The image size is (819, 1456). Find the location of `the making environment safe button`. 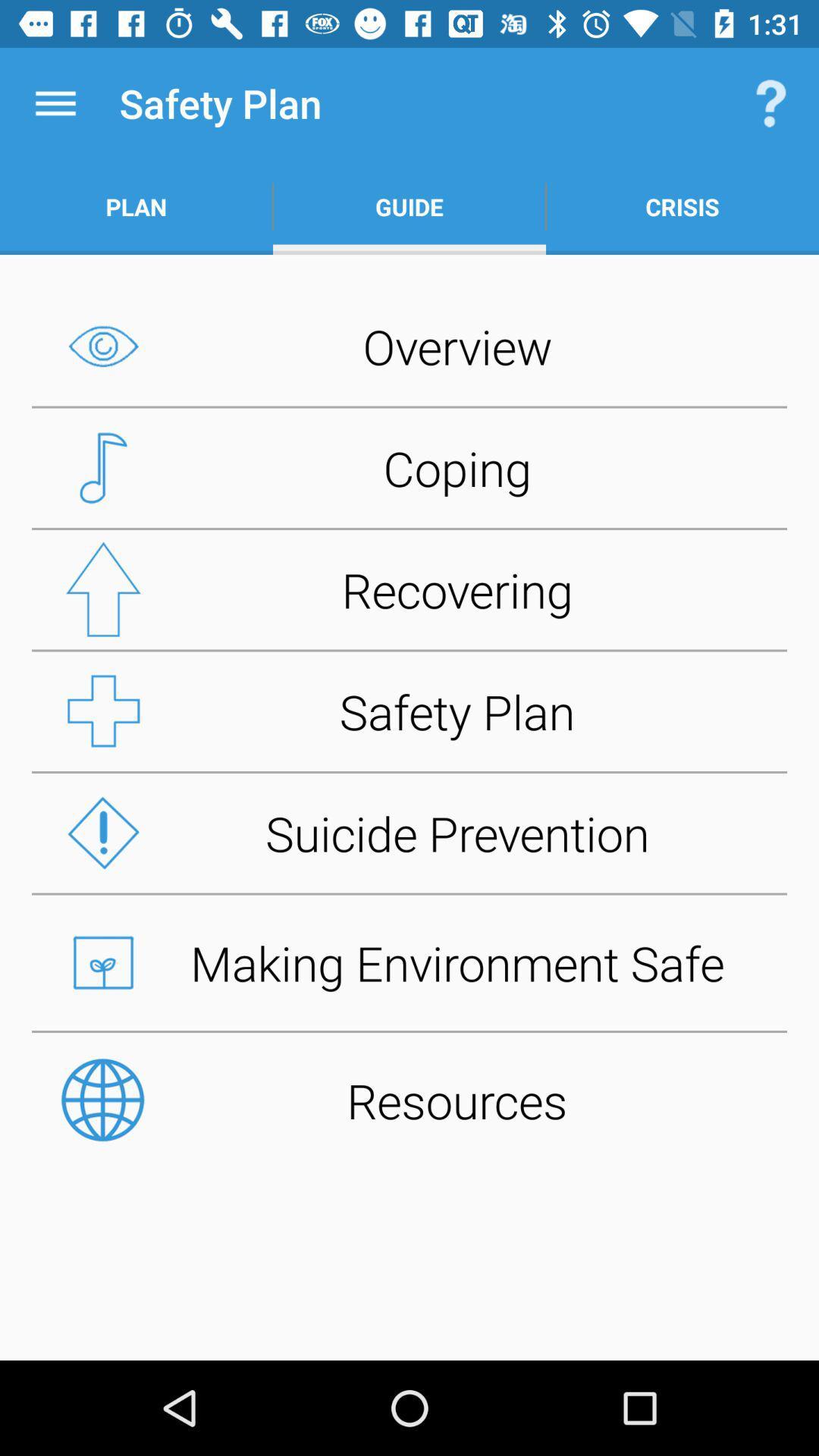

the making environment safe button is located at coordinates (409, 962).